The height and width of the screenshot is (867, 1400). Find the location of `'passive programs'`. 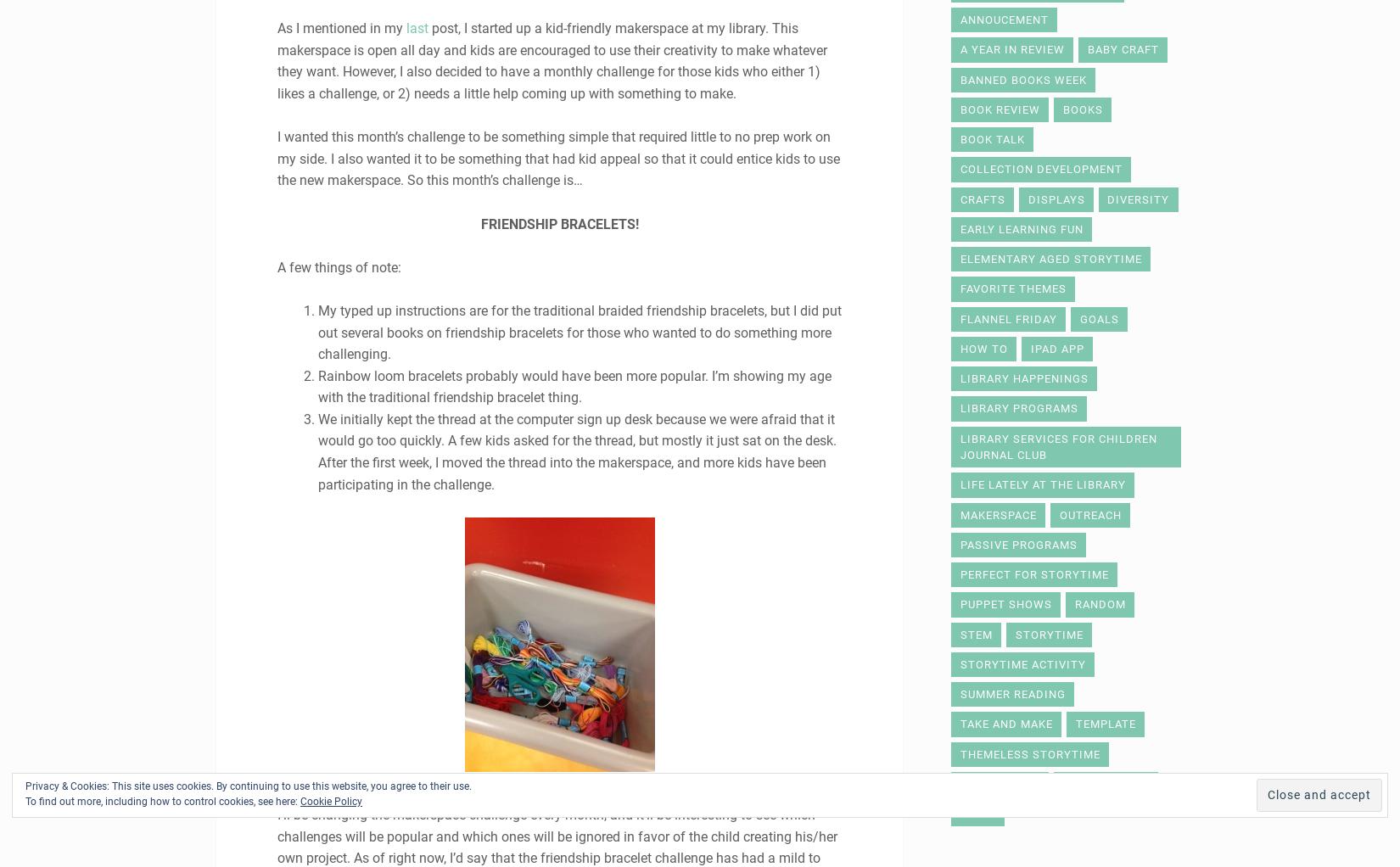

'passive programs' is located at coordinates (1018, 544).